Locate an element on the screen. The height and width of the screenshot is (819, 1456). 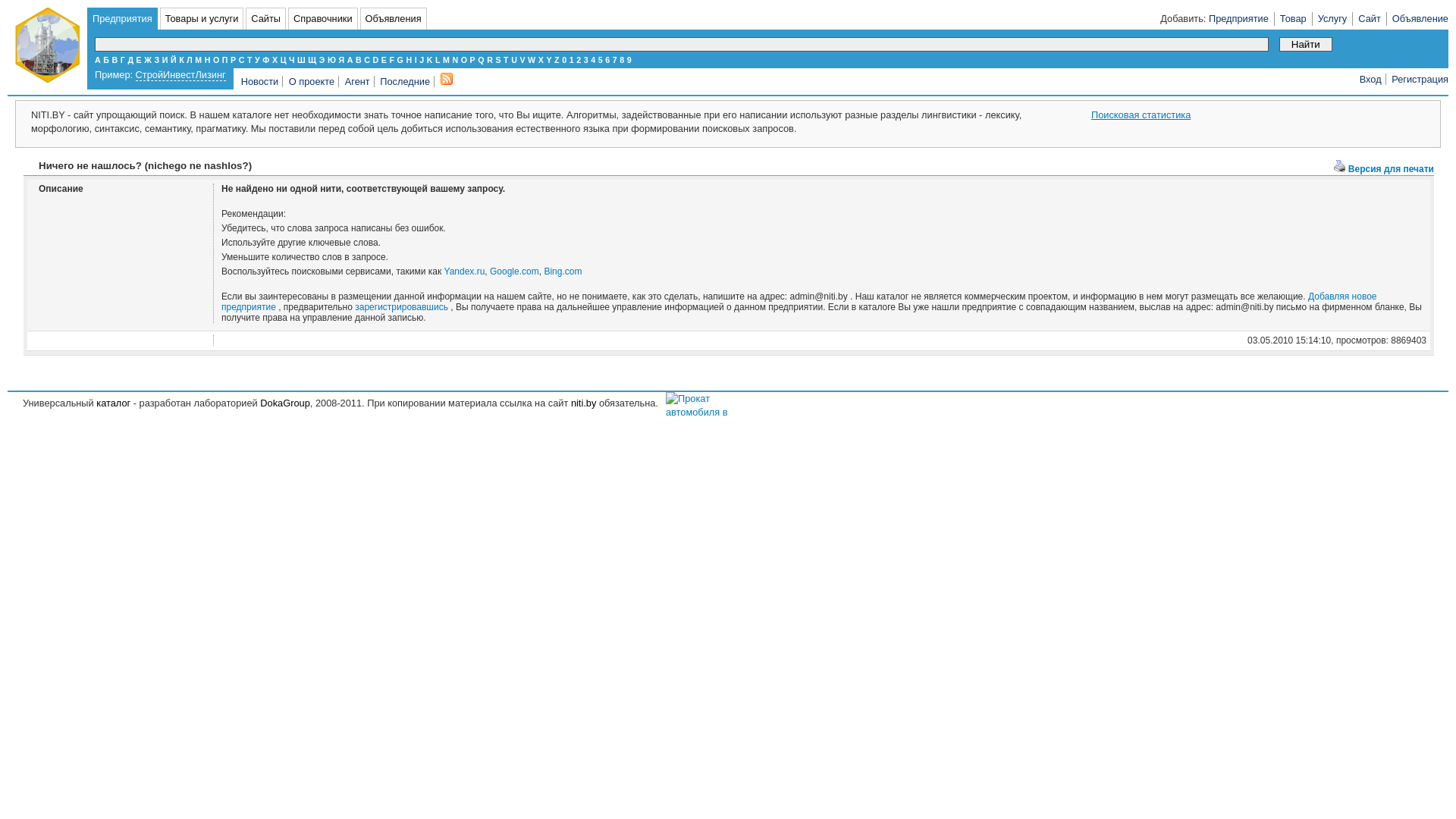
'Z' is located at coordinates (556, 58).